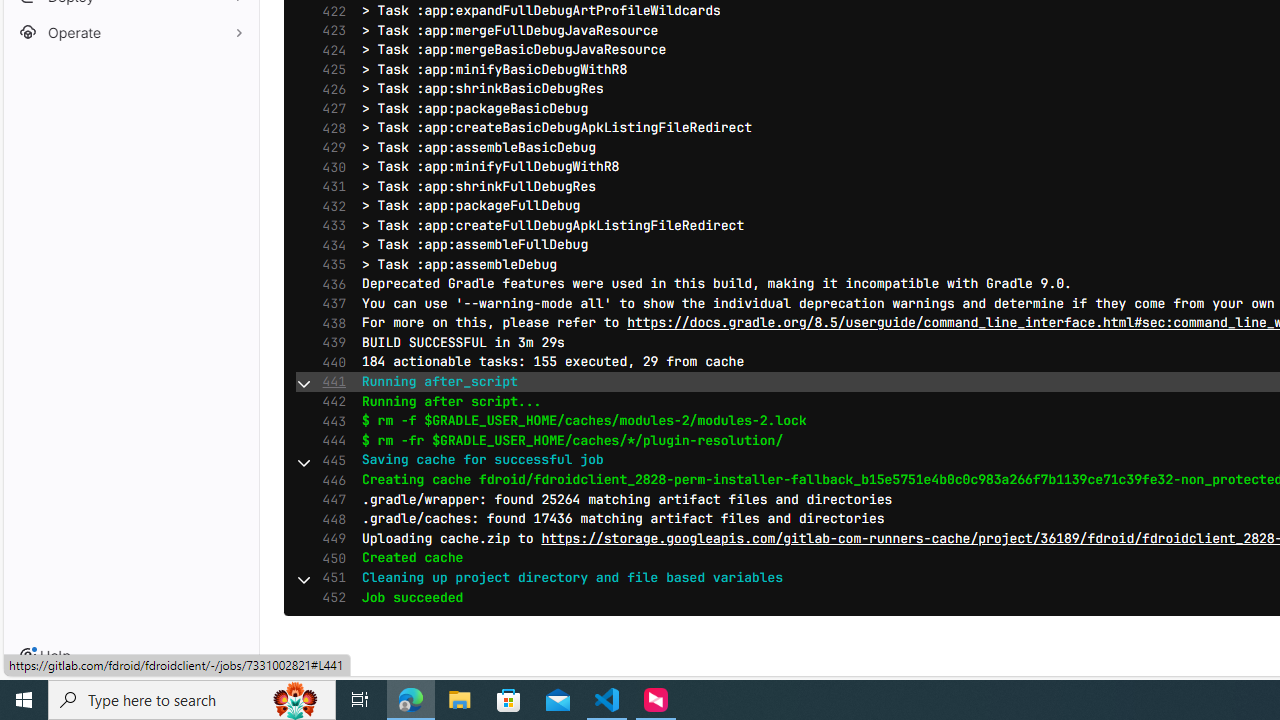  I want to click on '424', so click(329, 49).